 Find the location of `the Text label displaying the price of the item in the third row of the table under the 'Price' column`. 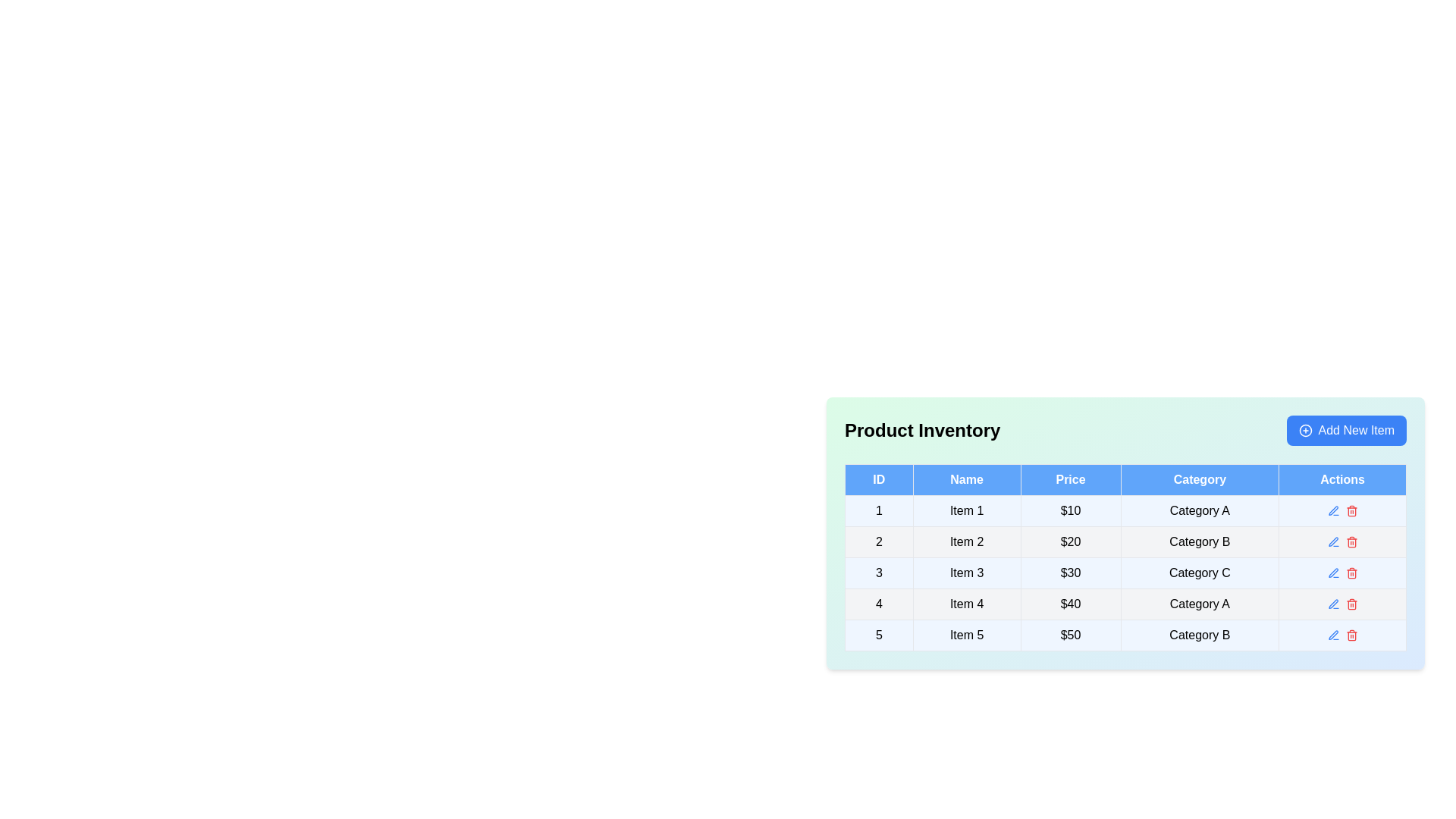

the Text label displaying the price of the item in the third row of the table under the 'Price' column is located at coordinates (1069, 573).